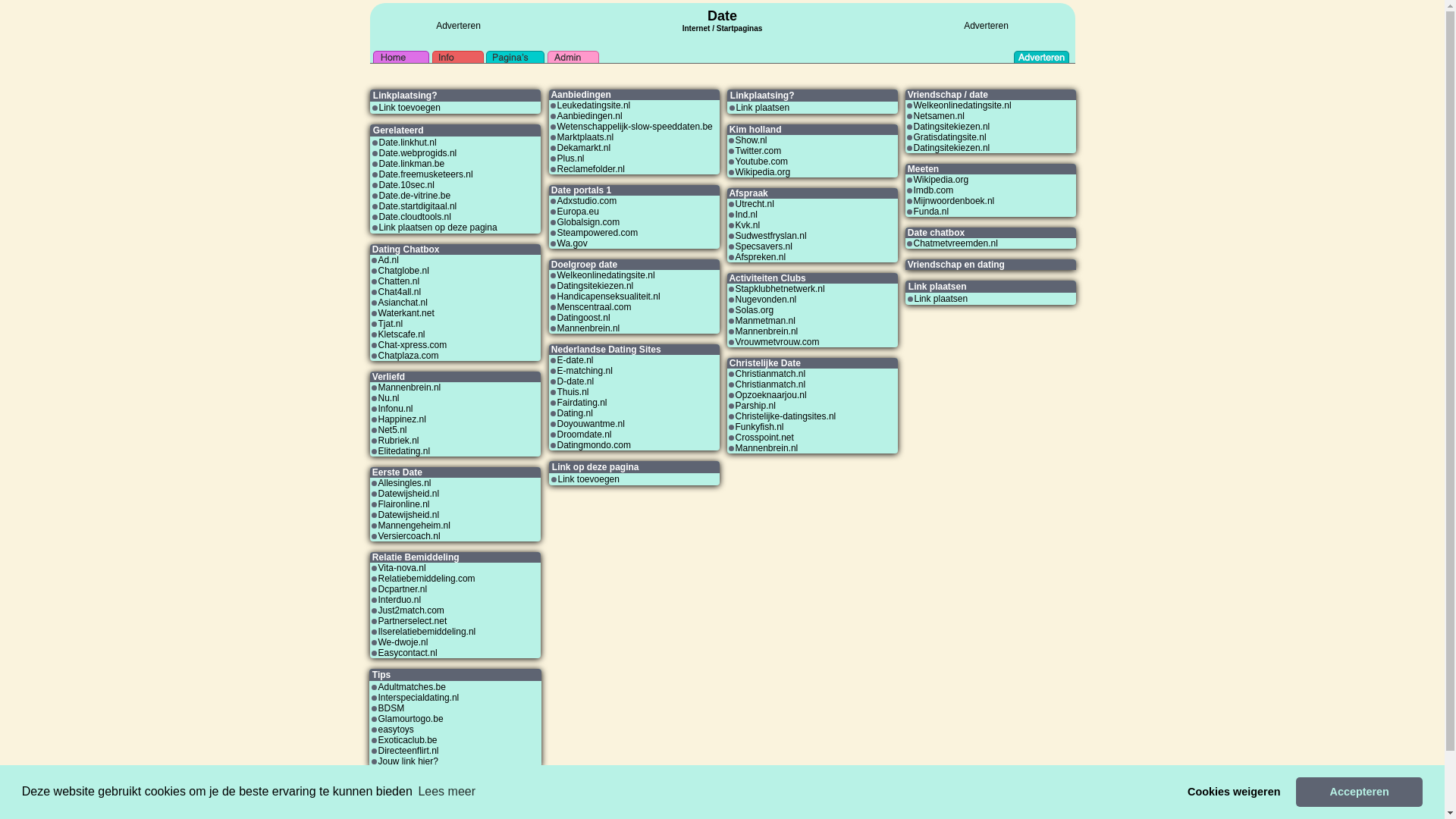  I want to click on 'Netsamen.nl', so click(937, 115).